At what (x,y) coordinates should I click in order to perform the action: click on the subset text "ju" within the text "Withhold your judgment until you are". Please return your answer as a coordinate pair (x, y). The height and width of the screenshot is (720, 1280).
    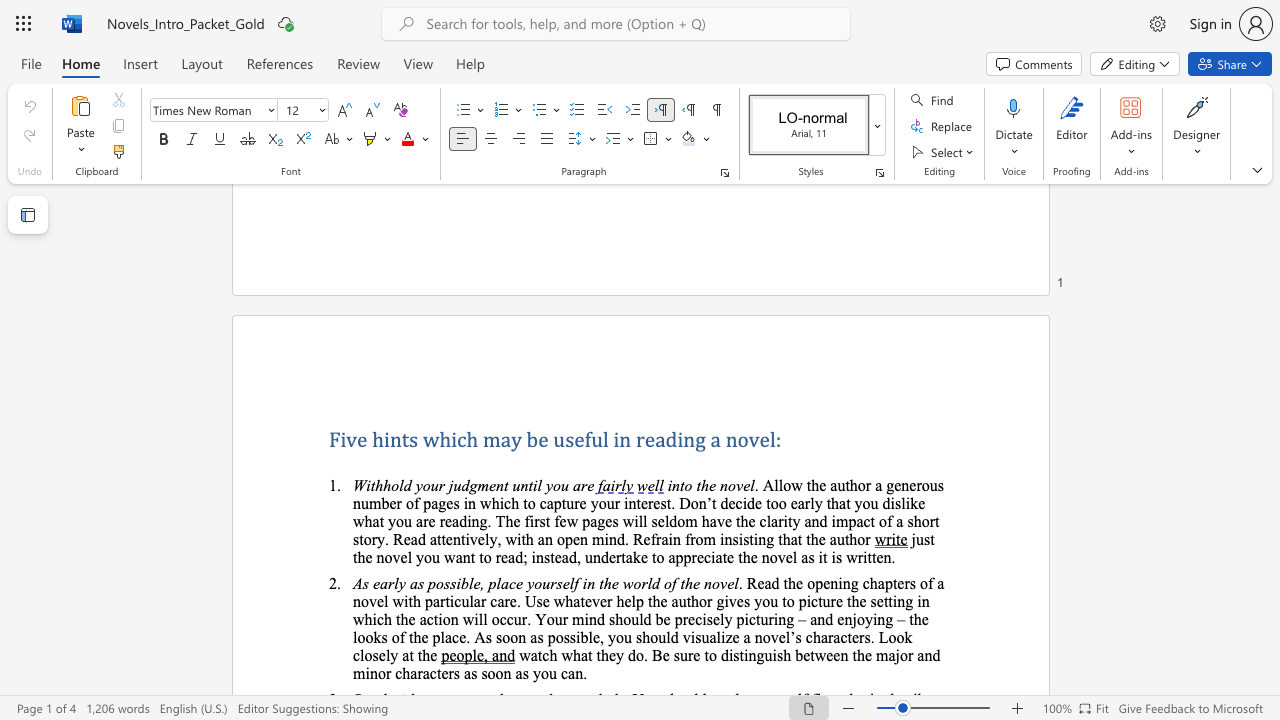
    Looking at the image, I should click on (448, 485).